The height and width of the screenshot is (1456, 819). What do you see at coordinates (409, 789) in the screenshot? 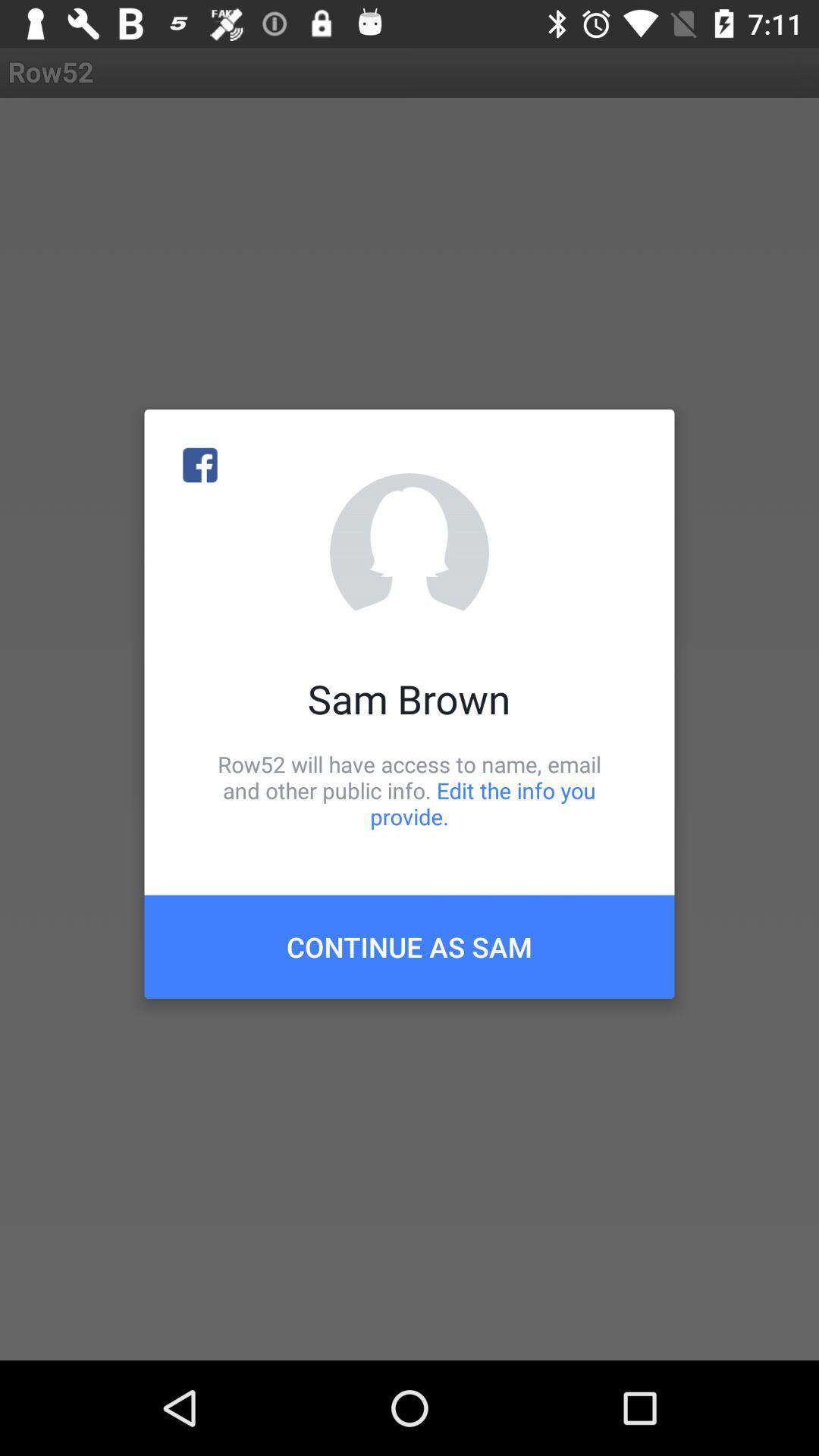
I see `icon above the continue as sam` at bounding box center [409, 789].